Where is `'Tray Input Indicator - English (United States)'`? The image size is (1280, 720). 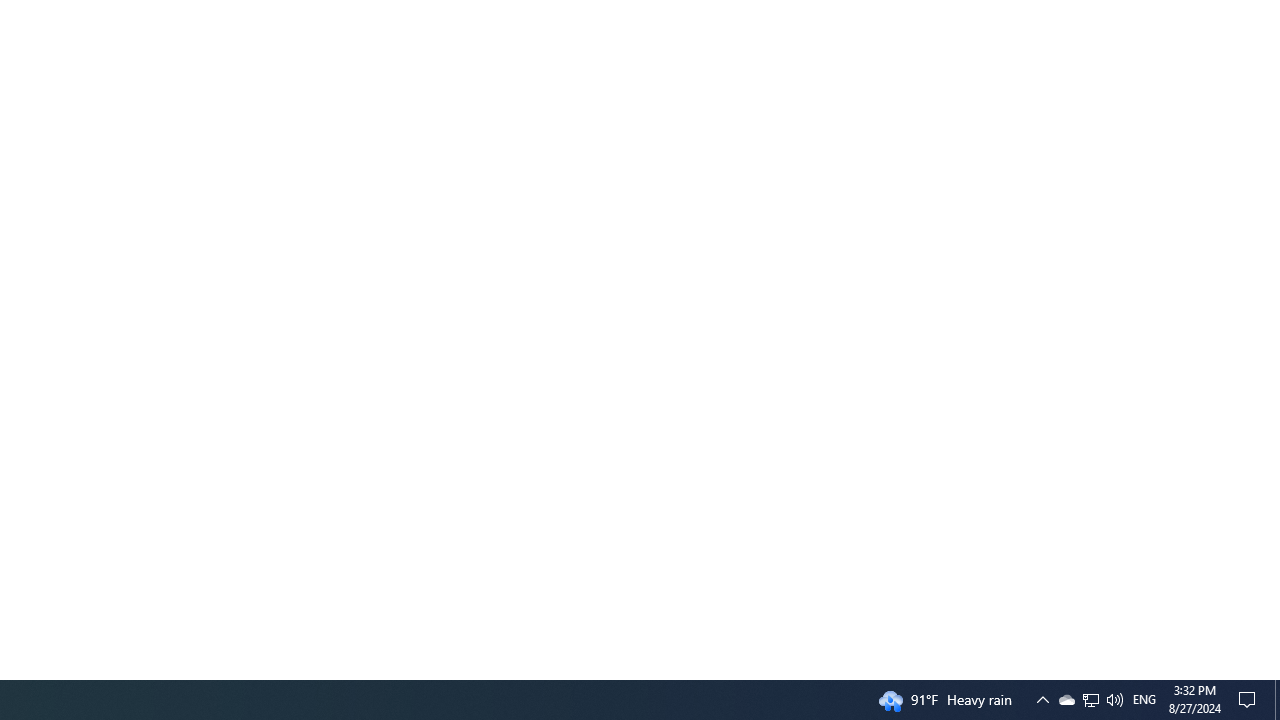 'Tray Input Indicator - English (United States)' is located at coordinates (1089, 698).